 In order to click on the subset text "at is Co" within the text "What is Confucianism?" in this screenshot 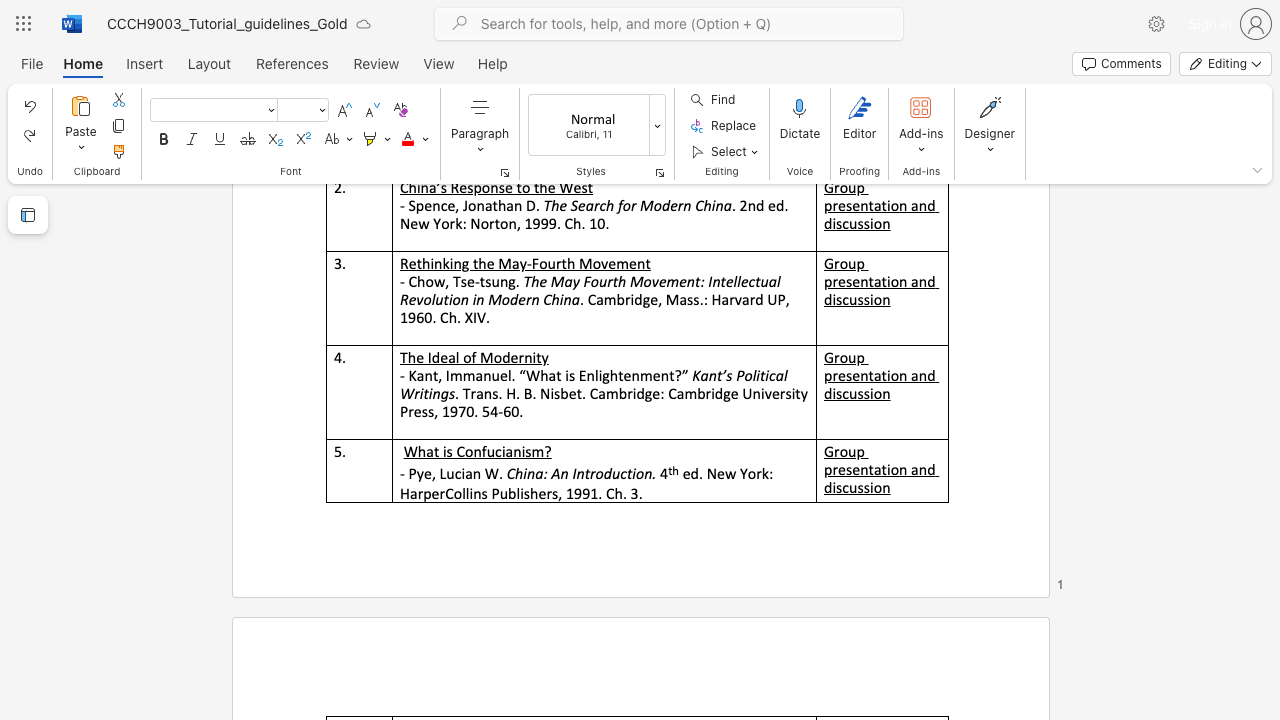, I will do `click(425, 451)`.